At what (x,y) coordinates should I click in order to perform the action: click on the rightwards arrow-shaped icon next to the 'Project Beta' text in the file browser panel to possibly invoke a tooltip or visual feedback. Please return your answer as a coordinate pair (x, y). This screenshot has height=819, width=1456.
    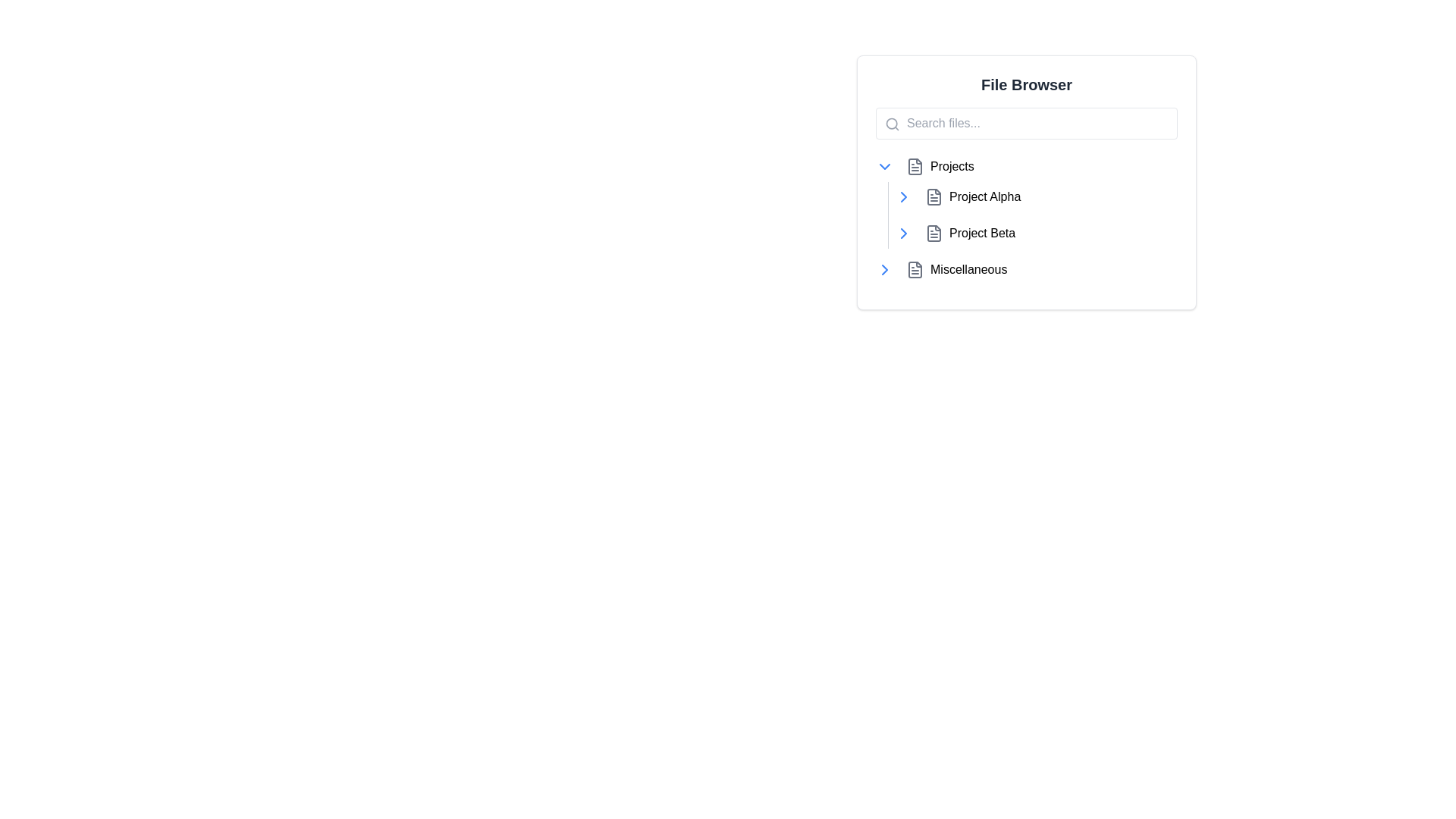
    Looking at the image, I should click on (884, 268).